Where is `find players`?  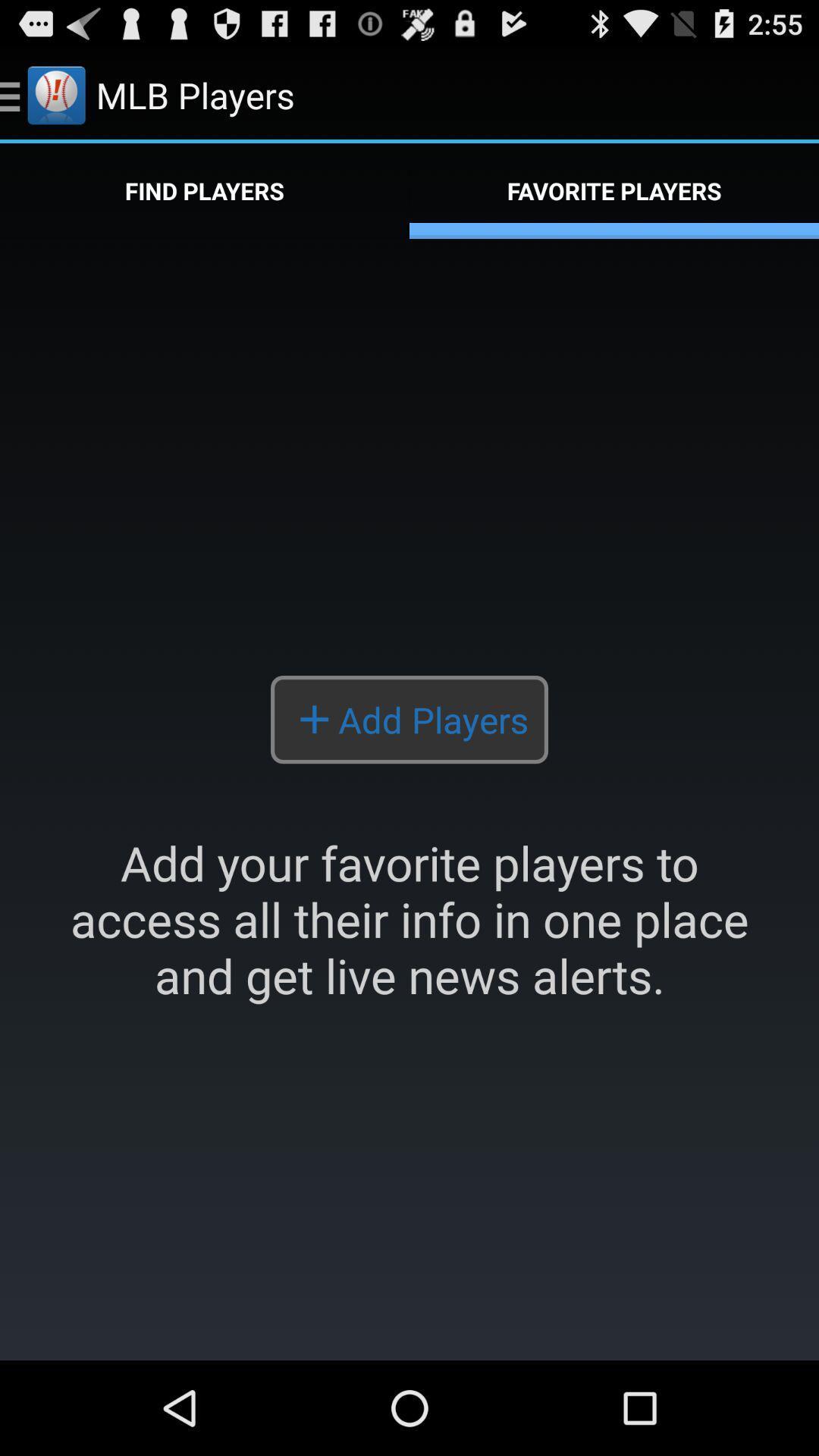
find players is located at coordinates (205, 190).